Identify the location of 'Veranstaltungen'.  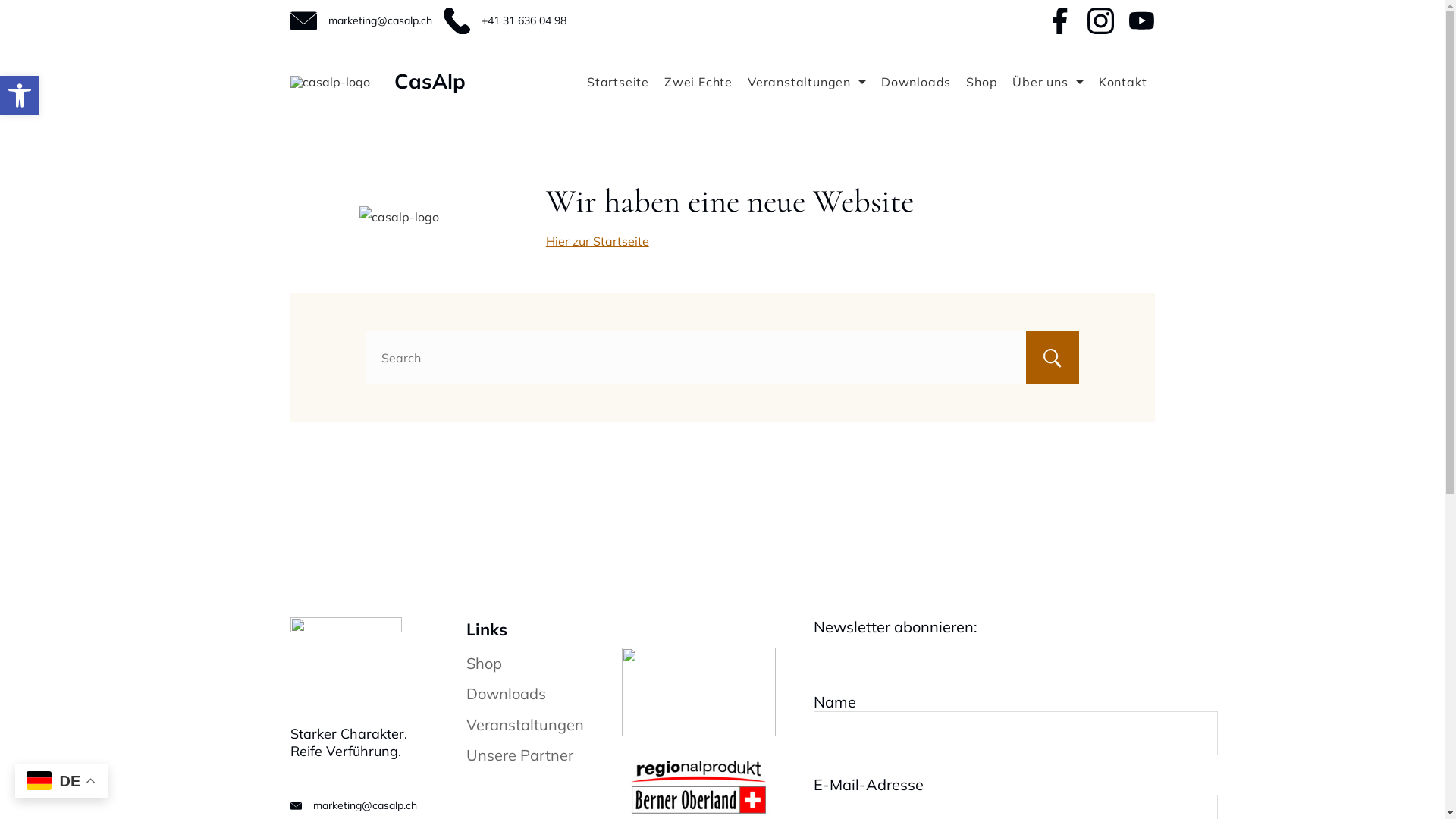
(524, 723).